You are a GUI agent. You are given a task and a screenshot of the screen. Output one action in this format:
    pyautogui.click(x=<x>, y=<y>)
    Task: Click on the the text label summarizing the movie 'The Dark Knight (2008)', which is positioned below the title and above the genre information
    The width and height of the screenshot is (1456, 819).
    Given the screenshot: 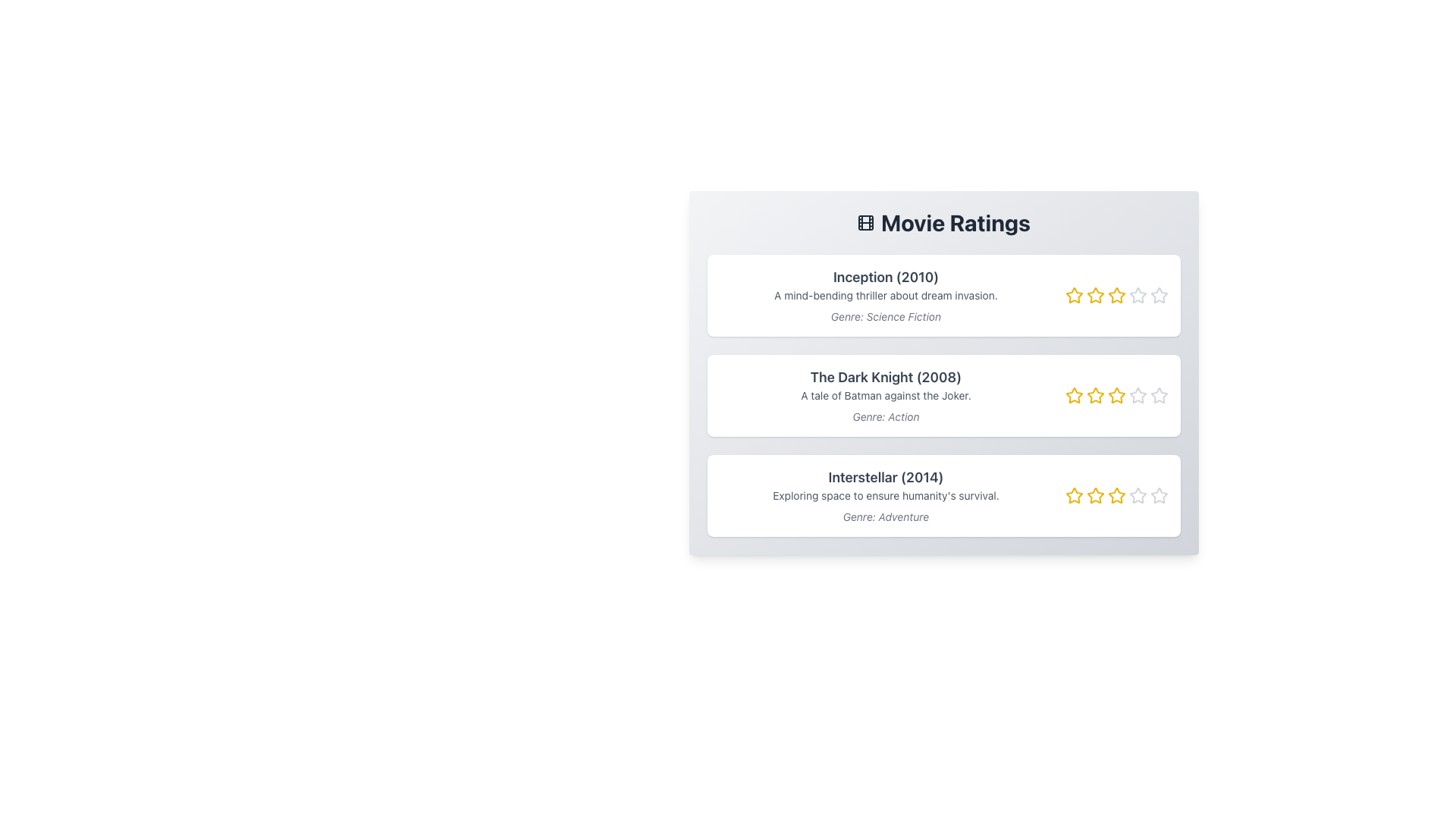 What is the action you would take?
    pyautogui.click(x=886, y=394)
    